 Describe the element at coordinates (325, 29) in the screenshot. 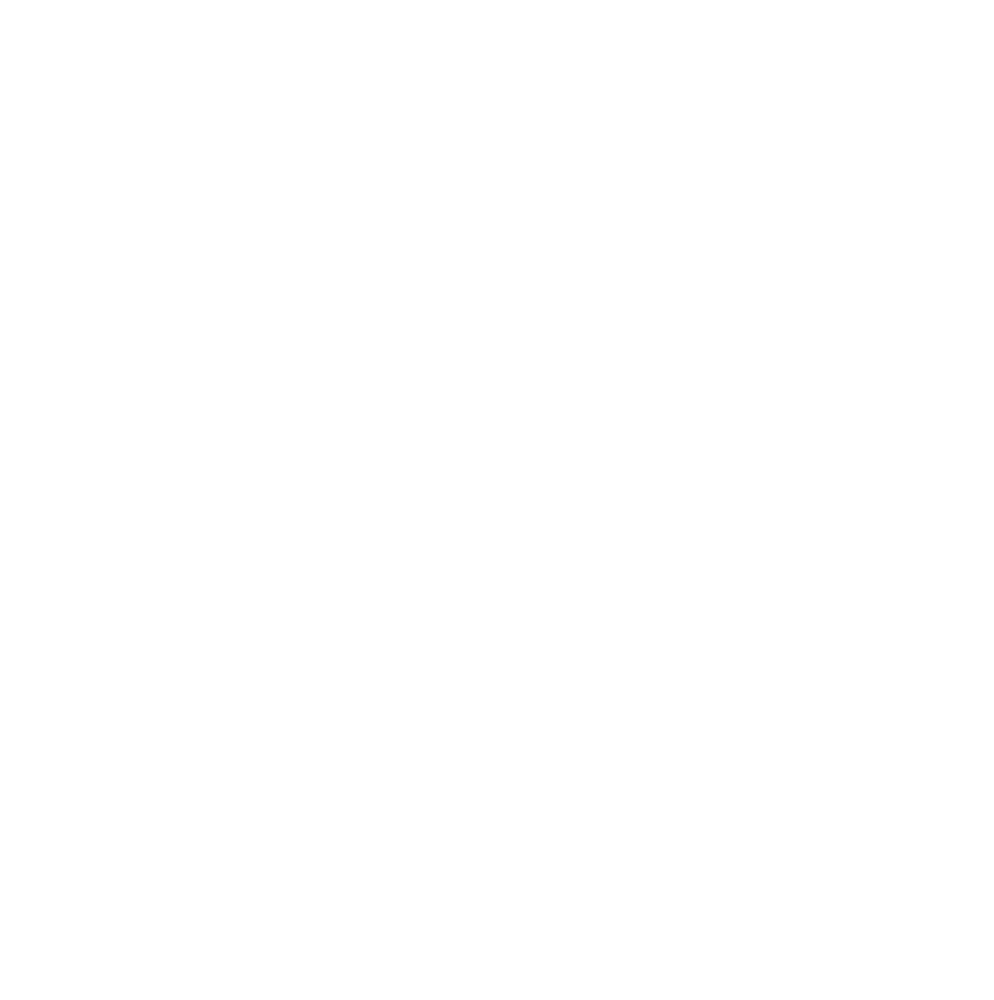

I see `'del sito.'` at that location.